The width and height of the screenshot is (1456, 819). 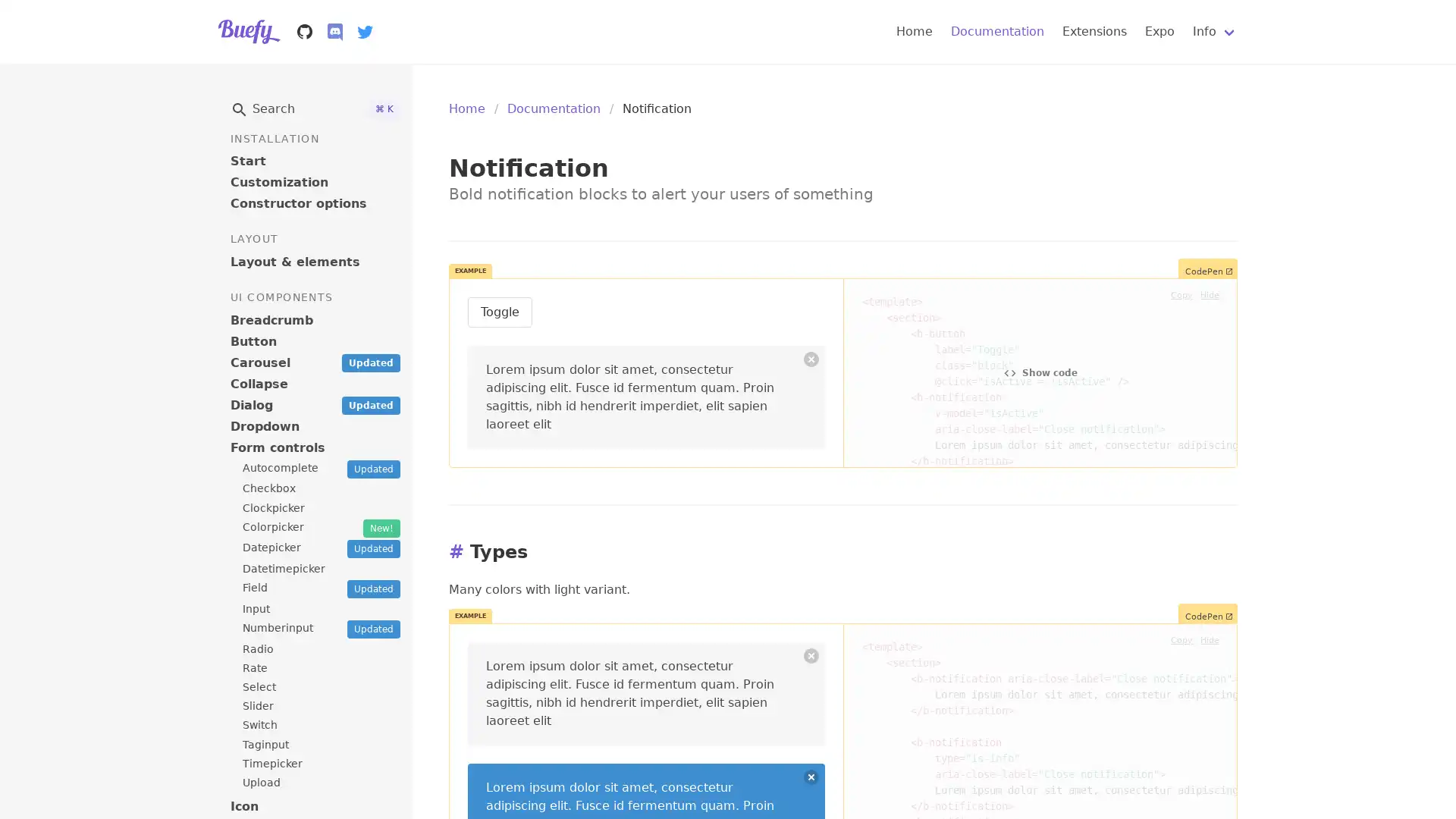 What do you see at coordinates (1040, 687) in the screenshot?
I see `Hide code` at bounding box center [1040, 687].